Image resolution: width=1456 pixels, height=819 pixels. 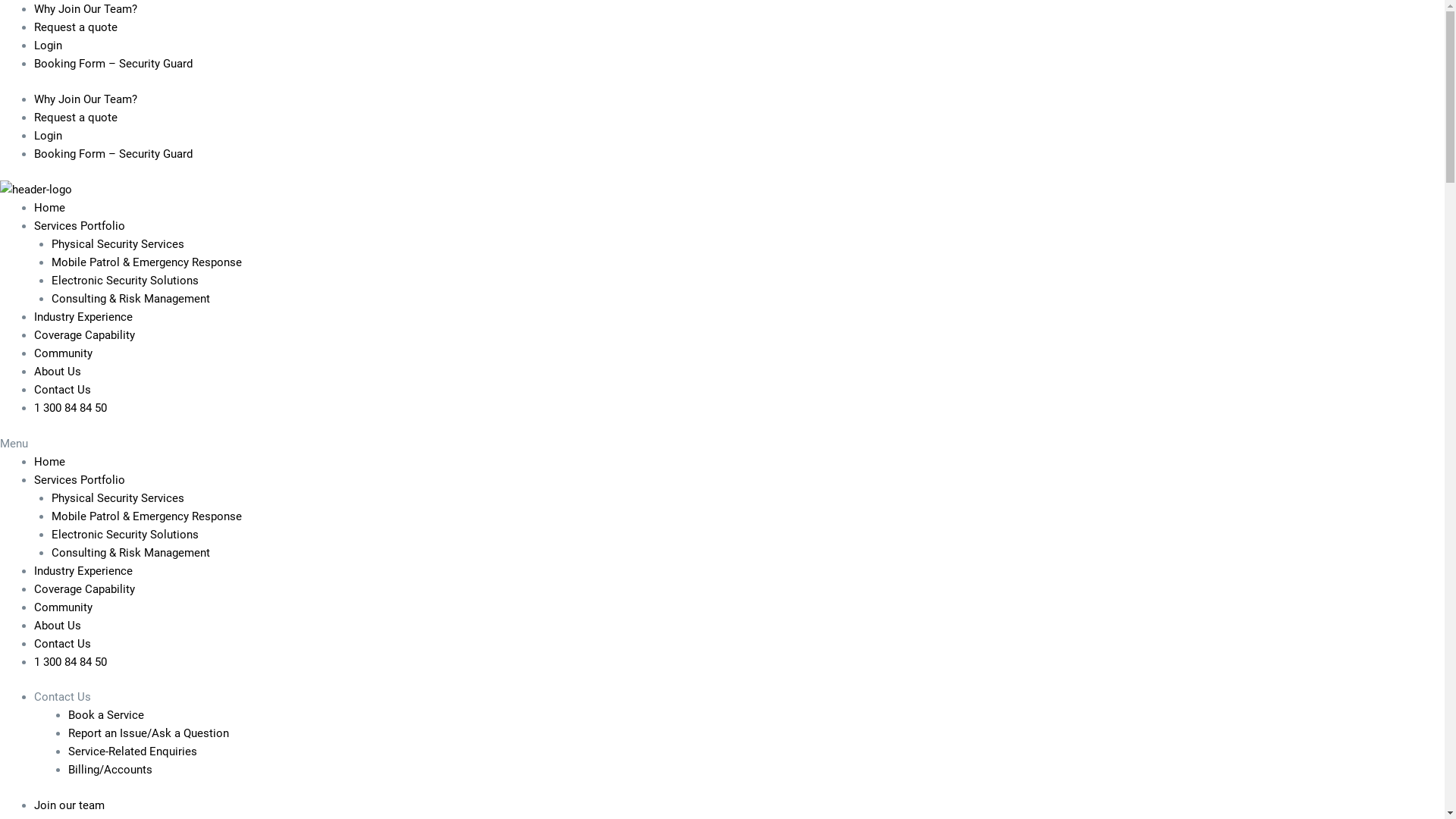 I want to click on 'Contact Us', so click(x=61, y=388).